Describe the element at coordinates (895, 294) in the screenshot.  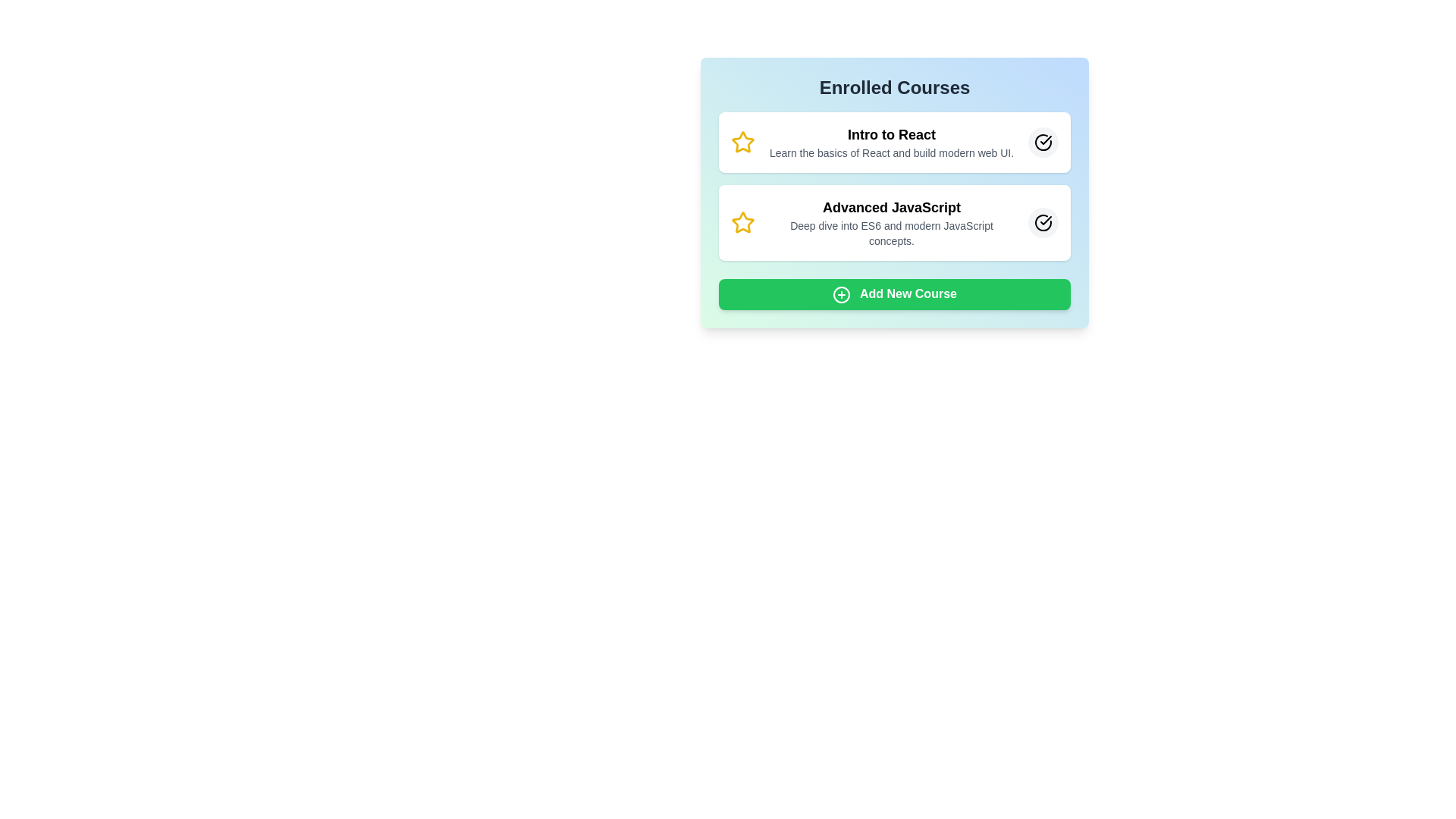
I see `'Add New Course' button` at that location.